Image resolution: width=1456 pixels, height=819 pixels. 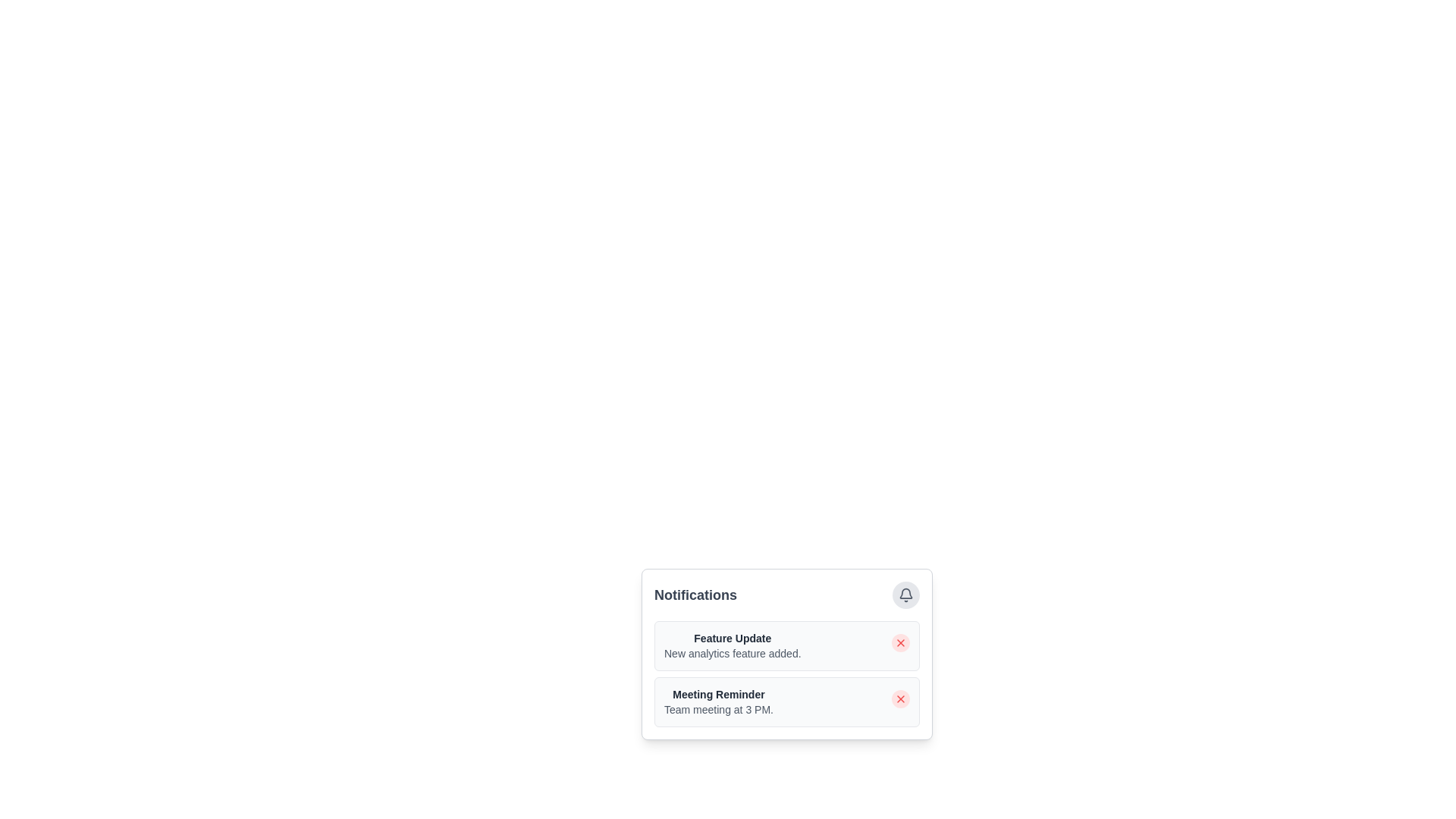 I want to click on the close button located on the top-right corner of the 'Feature Update' notification to dismiss it, so click(x=901, y=643).